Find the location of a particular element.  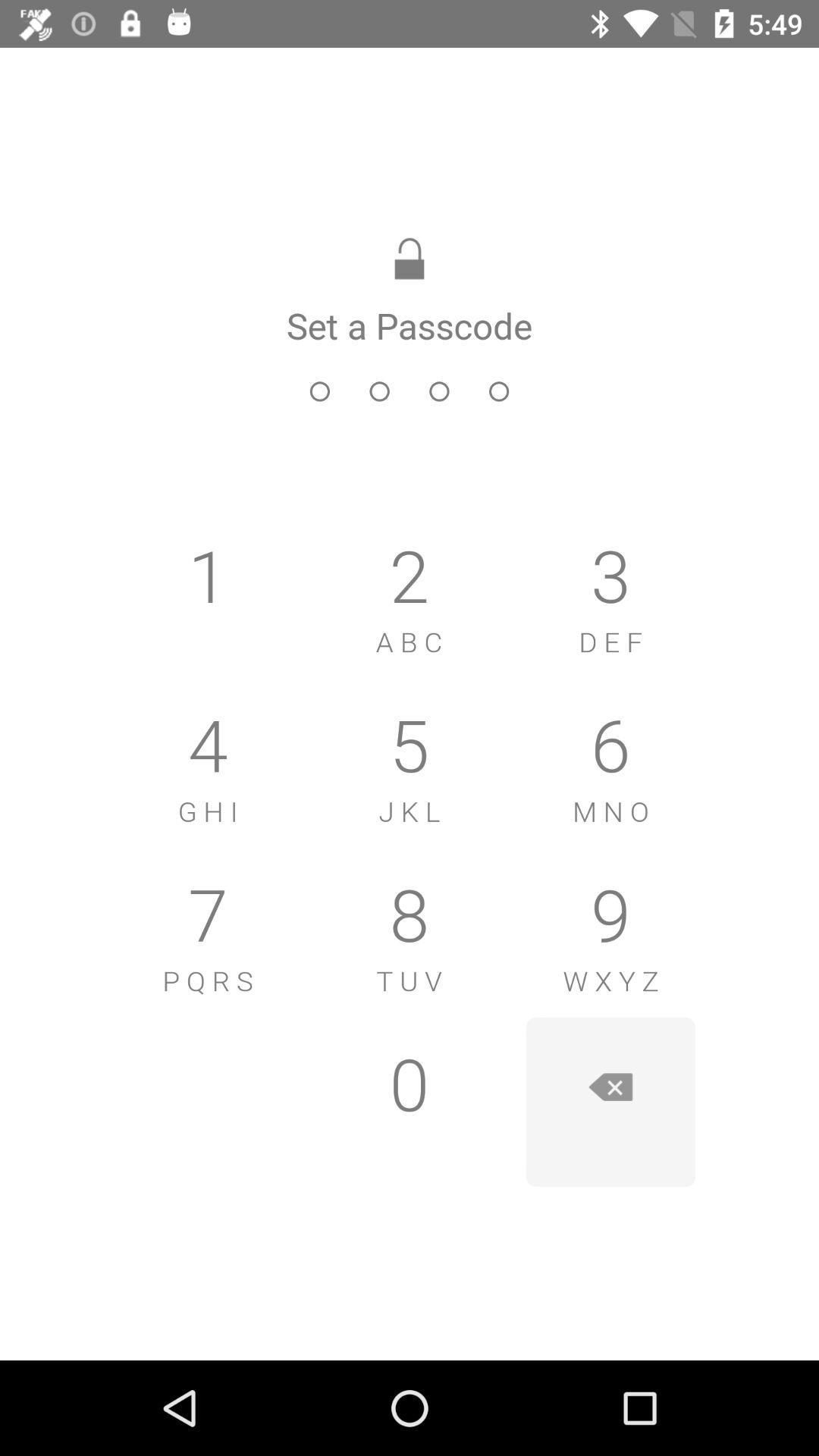

delete is located at coordinates (610, 1102).